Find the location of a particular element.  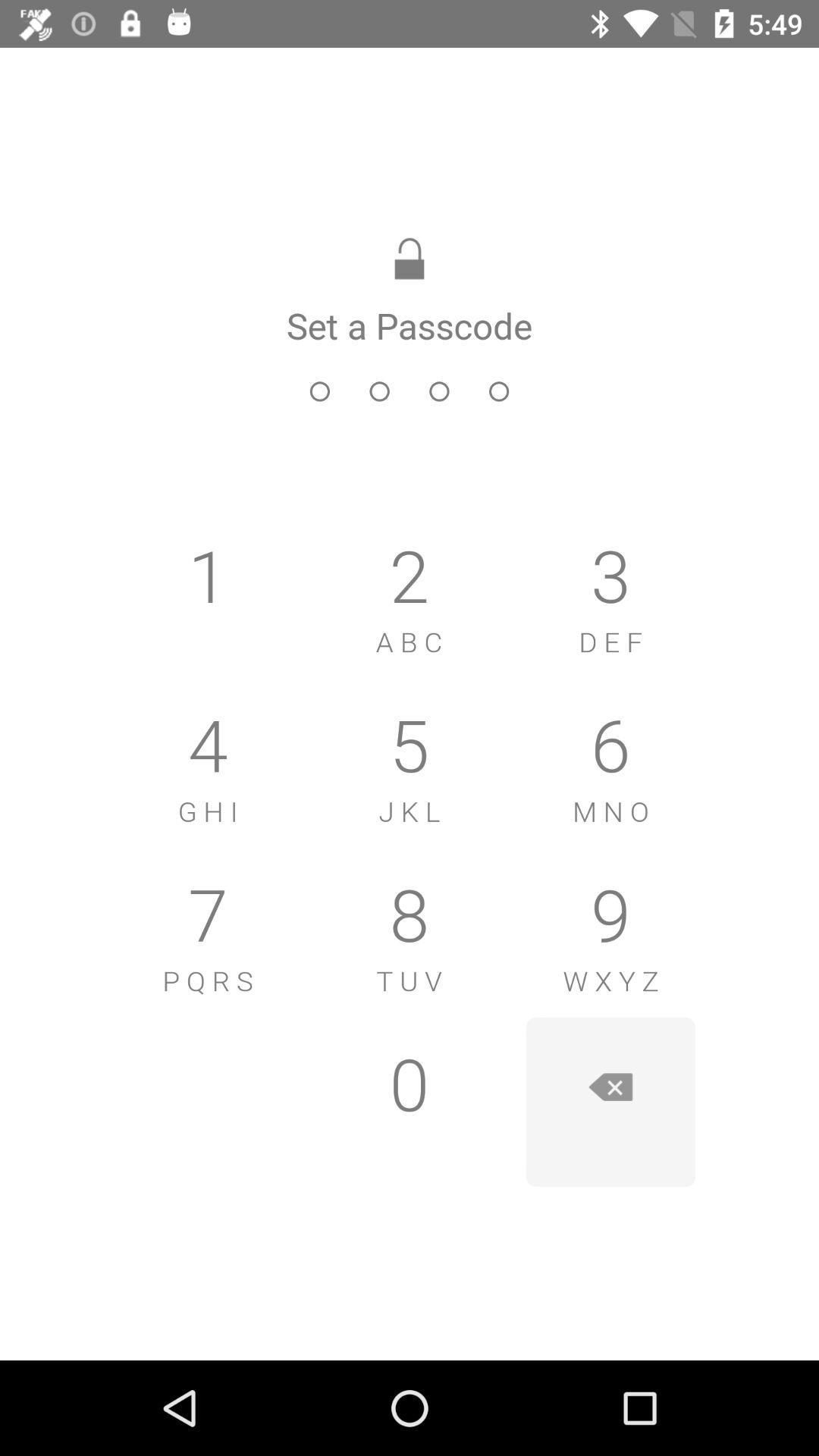

delete is located at coordinates (610, 1102).